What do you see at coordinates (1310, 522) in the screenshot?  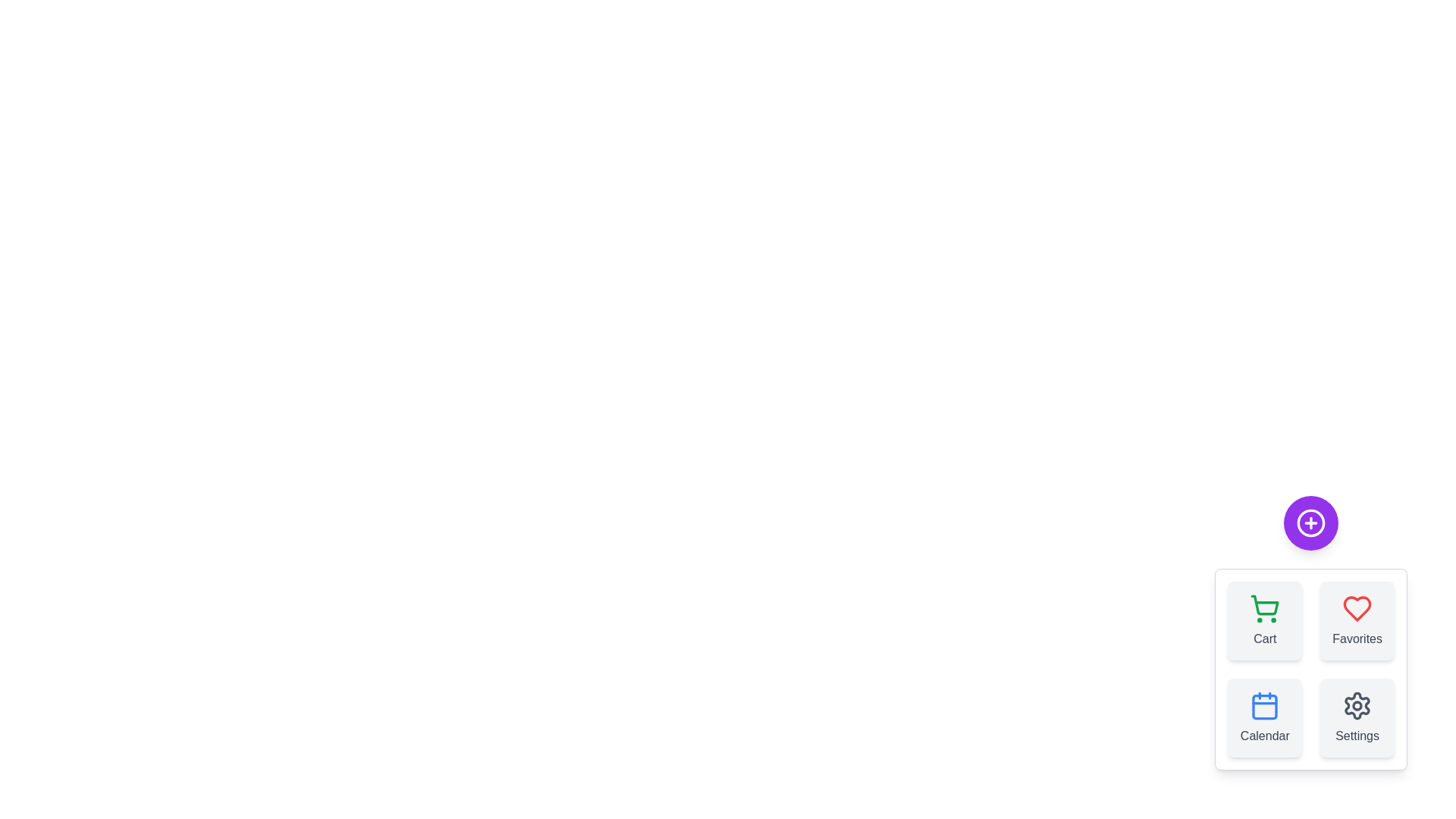 I see `the speed dial button to toggle the menu` at bounding box center [1310, 522].